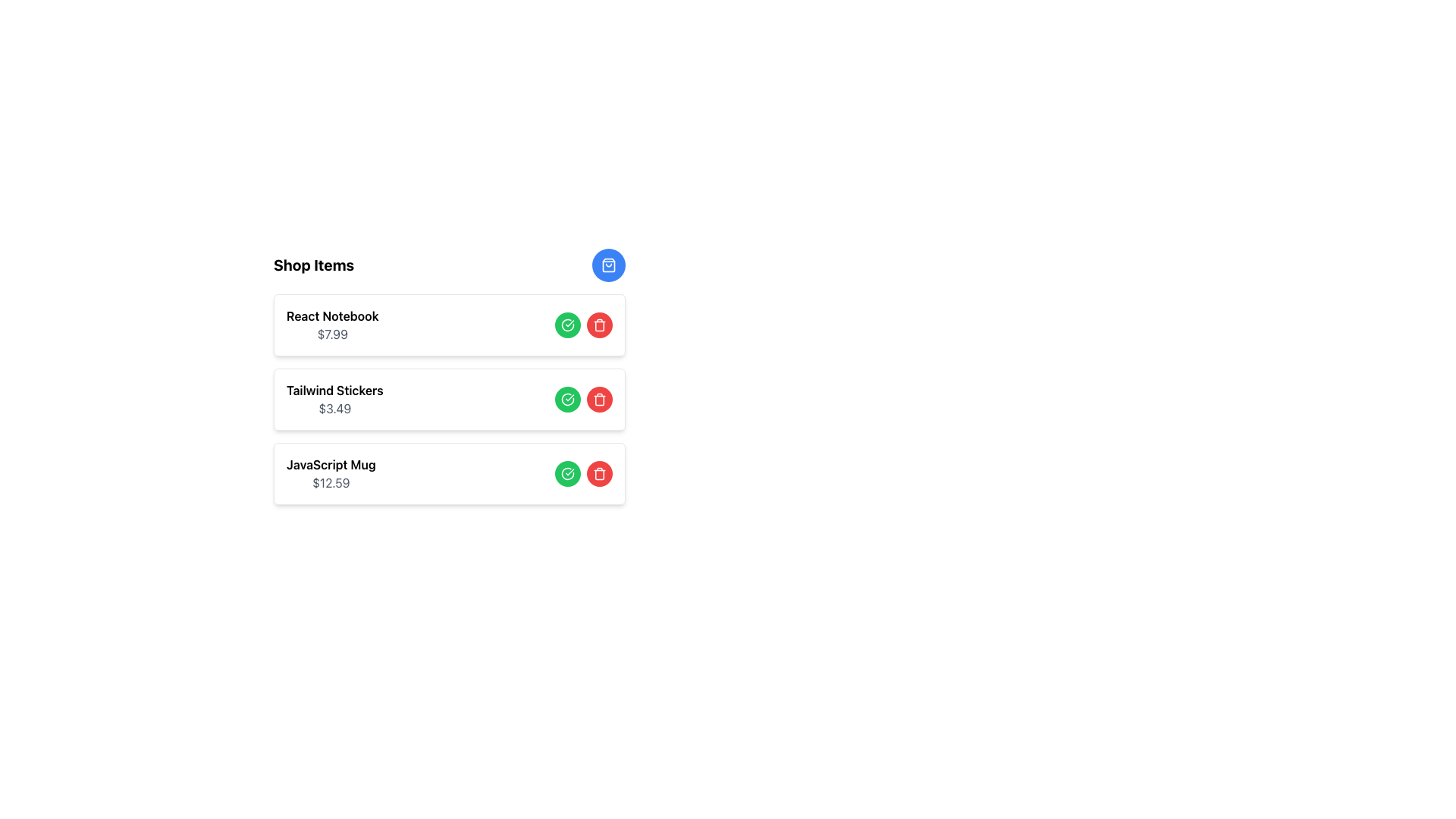 This screenshot has height=819, width=1456. I want to click on the first green circular button with a white checkmark symbol in the 'React Notebook' list item for keyboard navigation, so click(566, 324).